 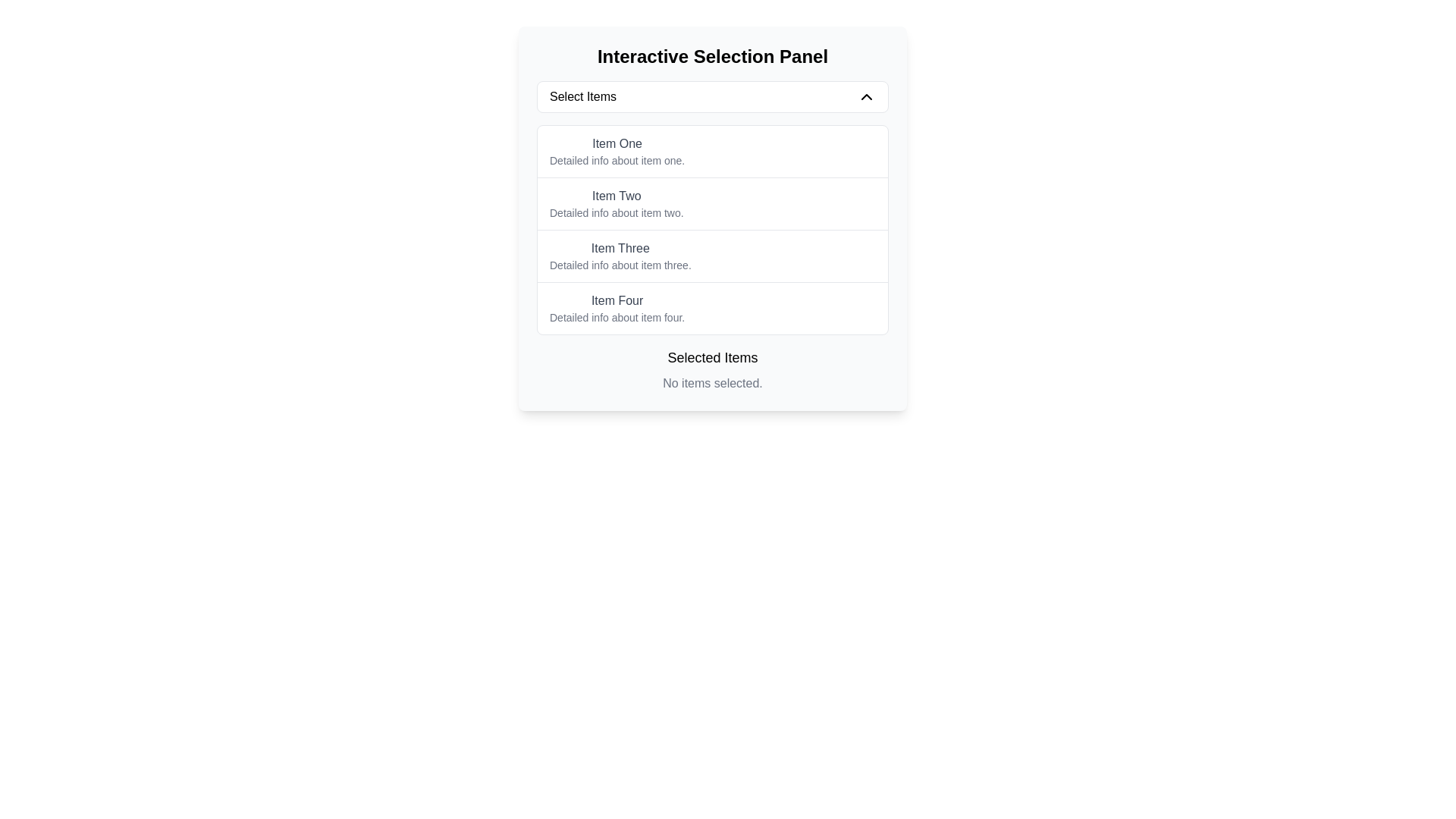 What do you see at coordinates (712, 202) in the screenshot?
I see `the list item element displaying 'Item Two' with additional information below it, located in the Interactive Selection Panel` at bounding box center [712, 202].